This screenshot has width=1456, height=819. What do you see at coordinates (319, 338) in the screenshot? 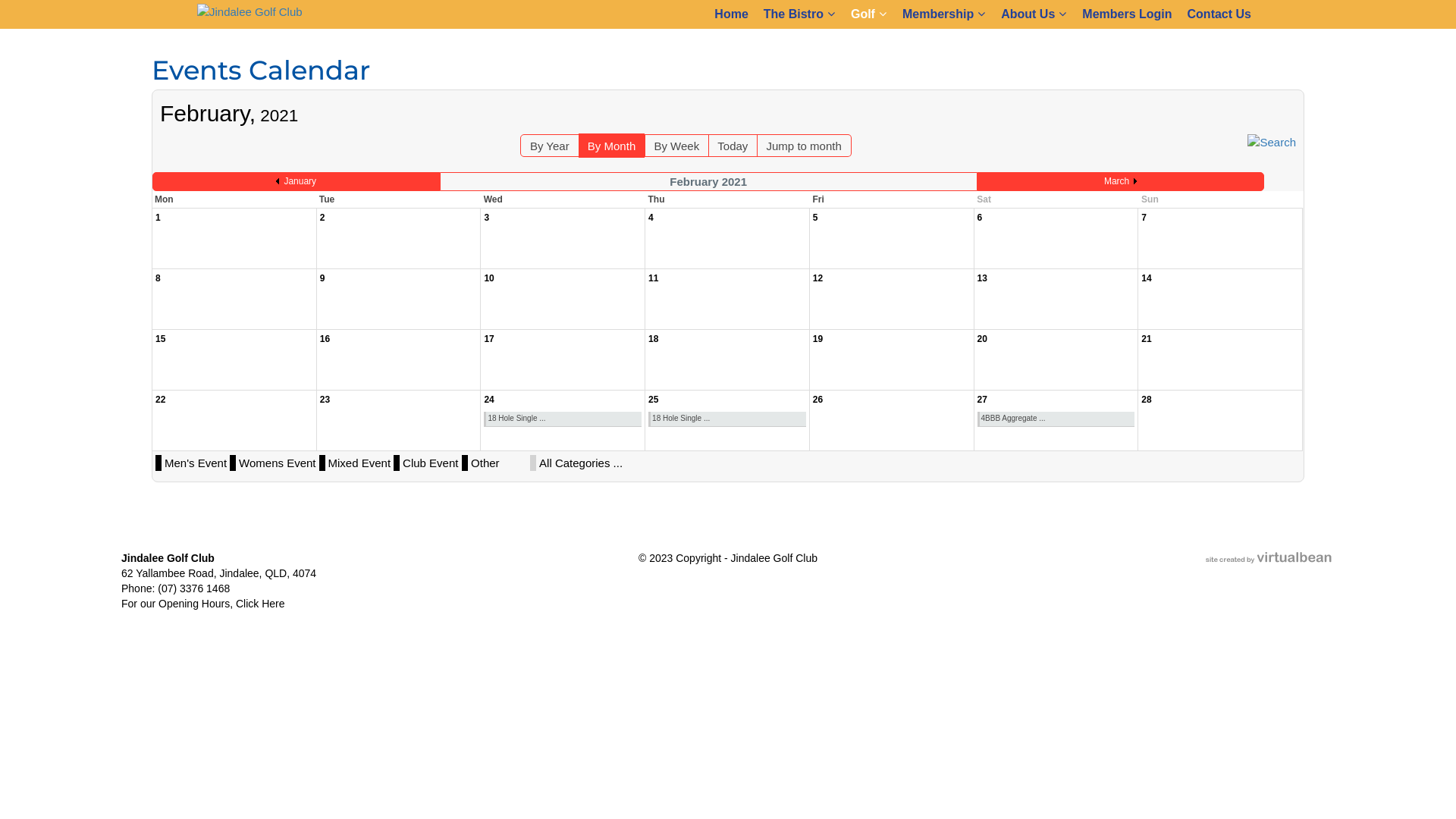
I see `'16'` at bounding box center [319, 338].